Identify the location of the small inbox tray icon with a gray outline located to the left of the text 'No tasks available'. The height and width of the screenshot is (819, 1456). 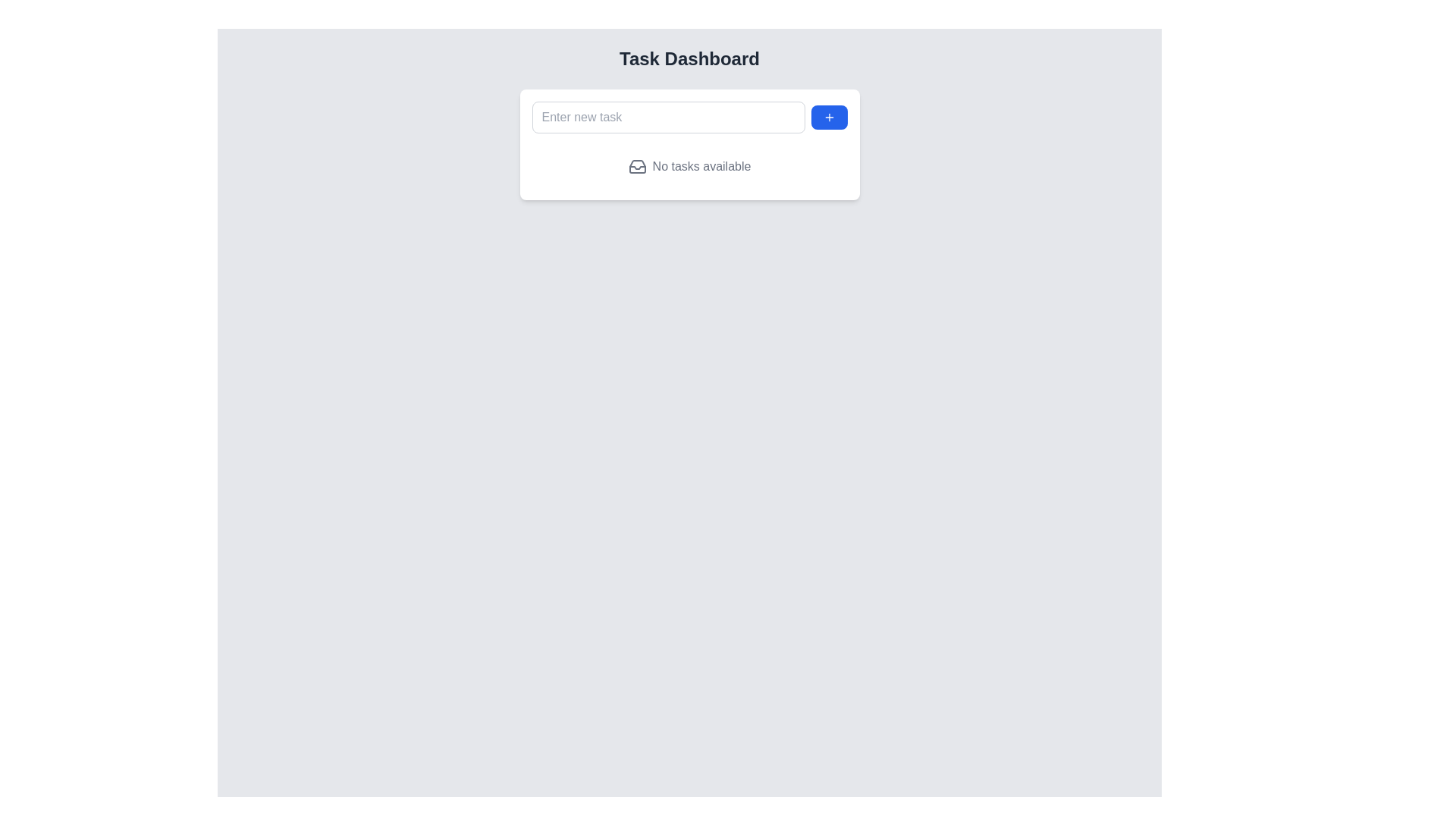
(637, 166).